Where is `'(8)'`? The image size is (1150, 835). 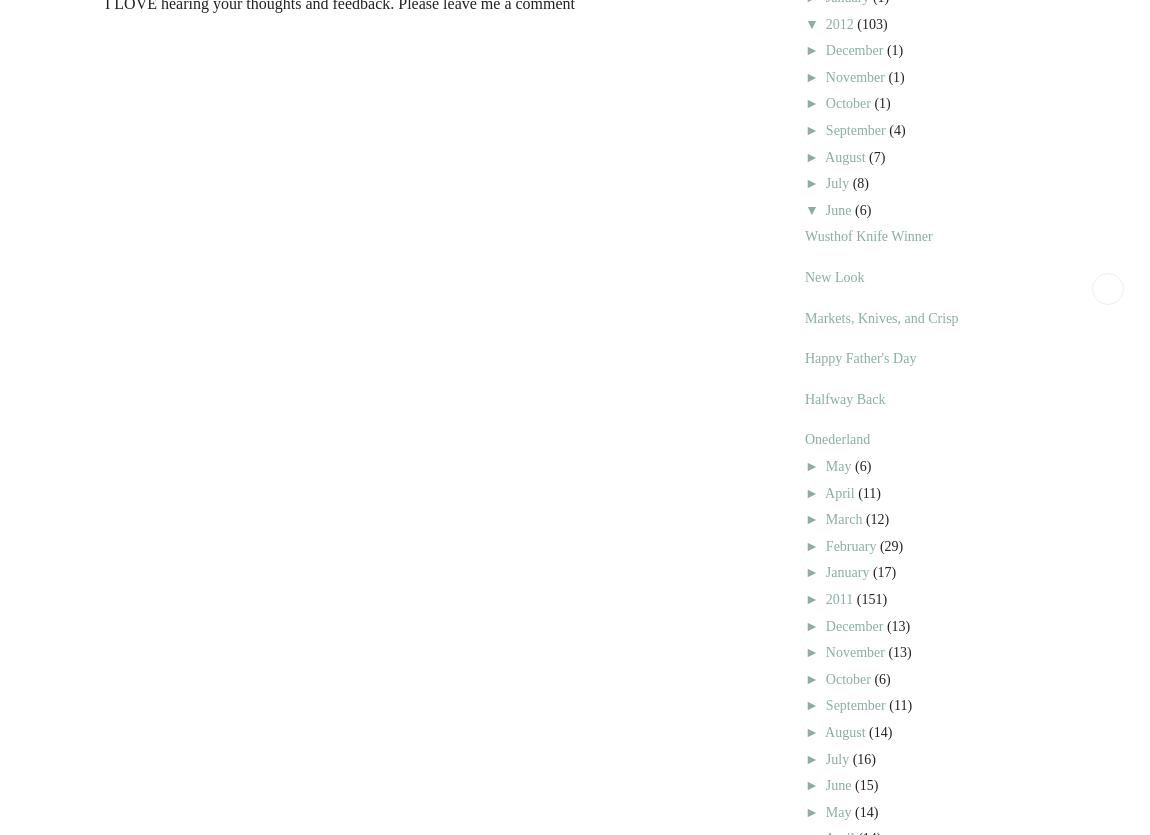
'(8)' is located at coordinates (851, 183).